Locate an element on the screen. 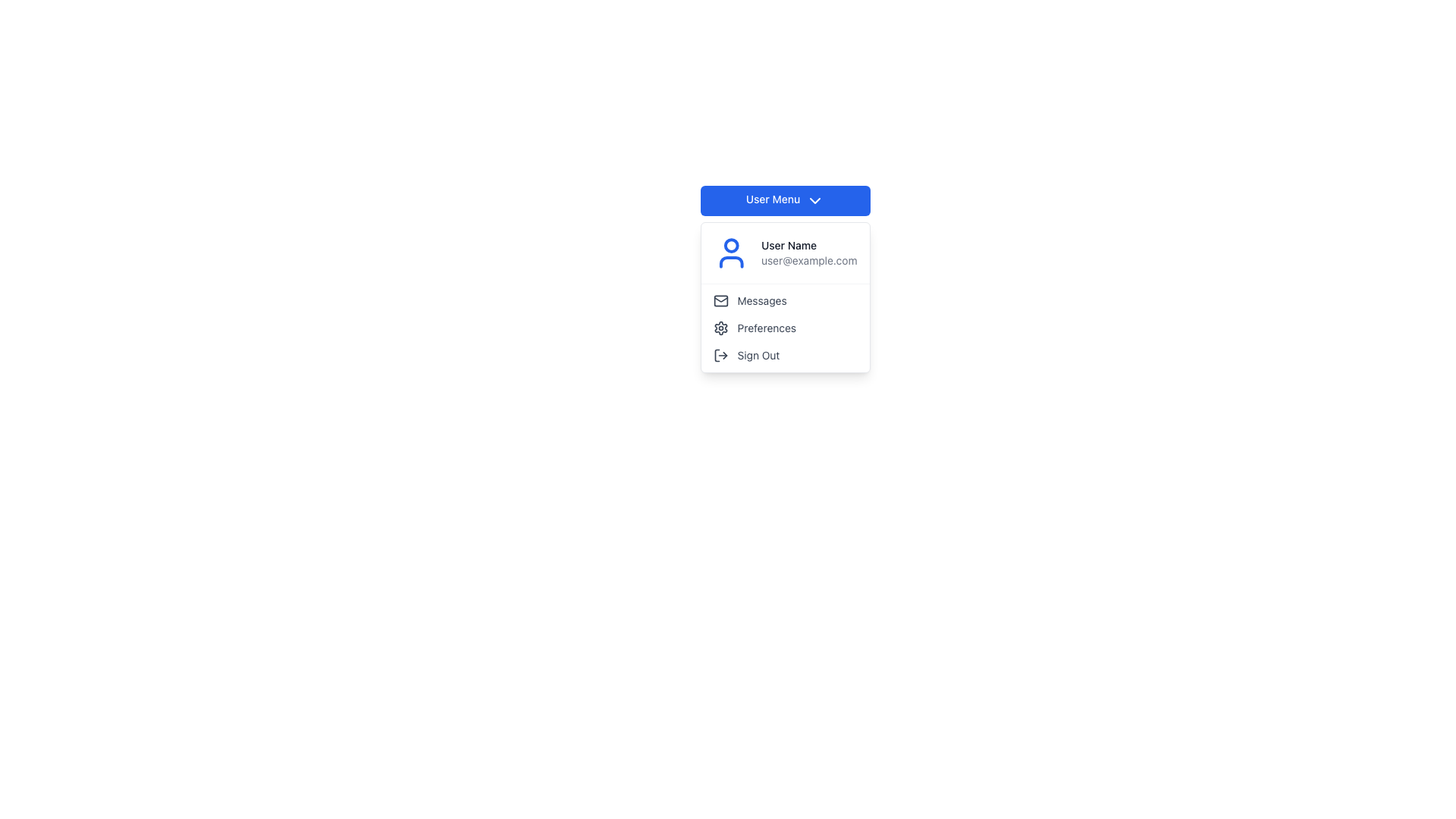  the user information text label displaying the user's name and email address located in the dropdown panel under the 'User Menu' button is located at coordinates (808, 253).